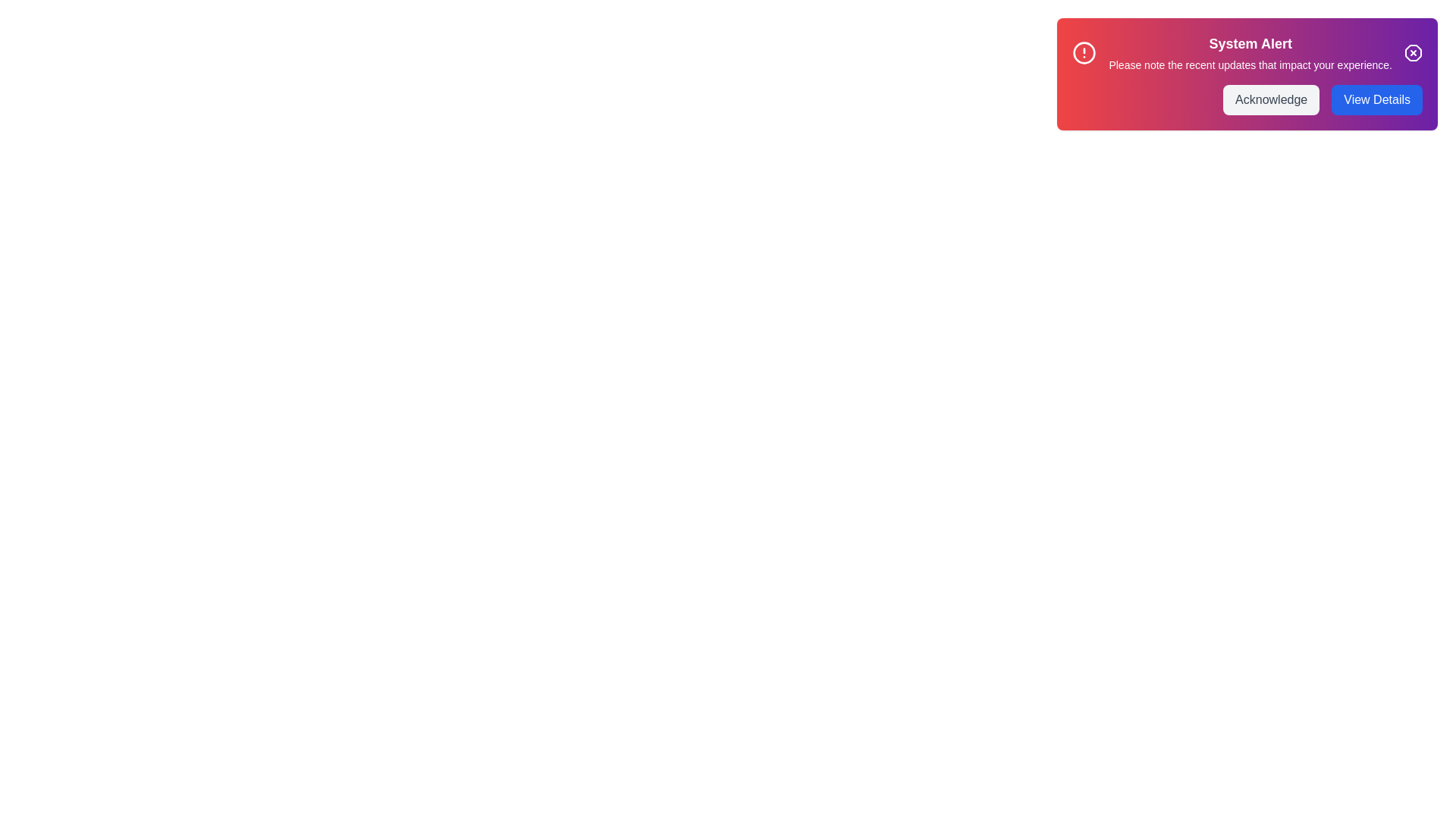 The height and width of the screenshot is (819, 1456). I want to click on the interactive elements: Close Button, so click(1412, 52).